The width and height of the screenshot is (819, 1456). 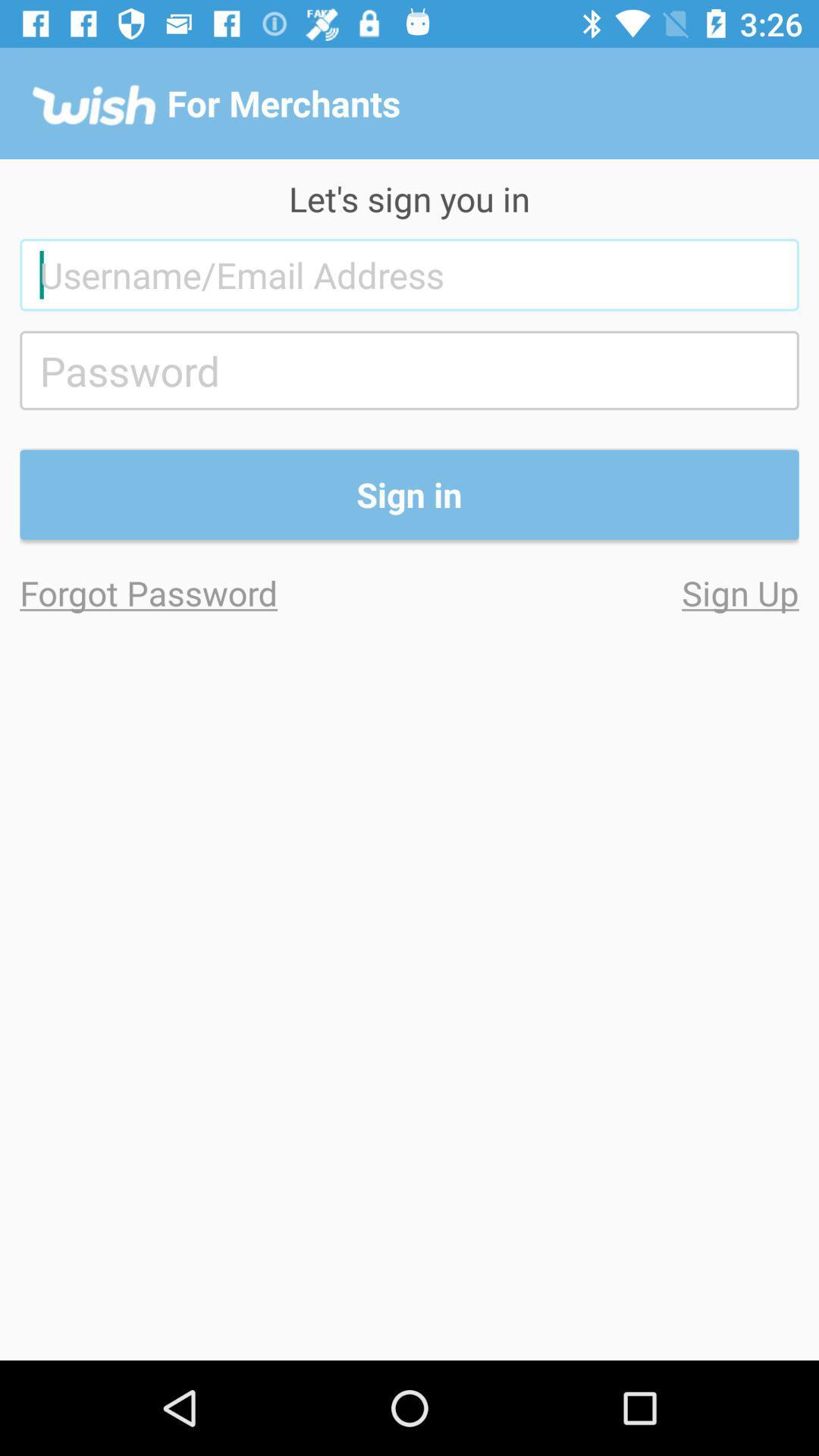 I want to click on icon to the right of forgot password, so click(x=603, y=591).